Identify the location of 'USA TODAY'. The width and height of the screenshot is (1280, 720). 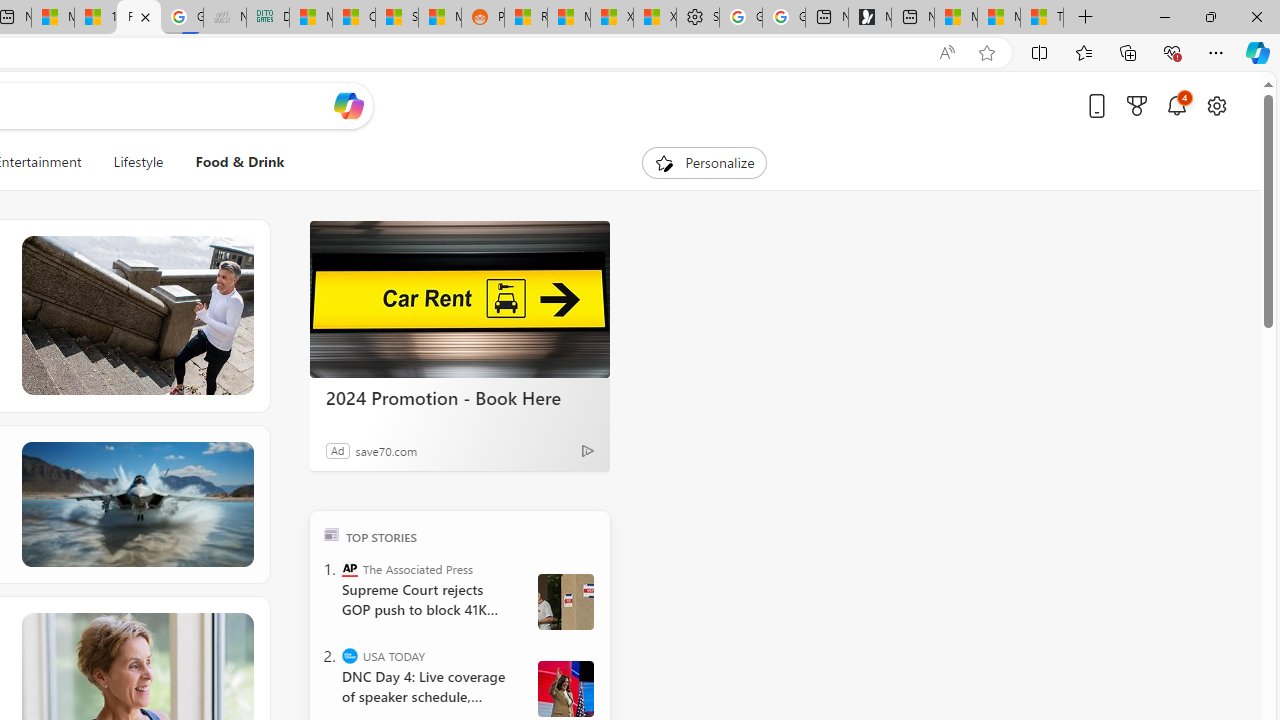
(350, 655).